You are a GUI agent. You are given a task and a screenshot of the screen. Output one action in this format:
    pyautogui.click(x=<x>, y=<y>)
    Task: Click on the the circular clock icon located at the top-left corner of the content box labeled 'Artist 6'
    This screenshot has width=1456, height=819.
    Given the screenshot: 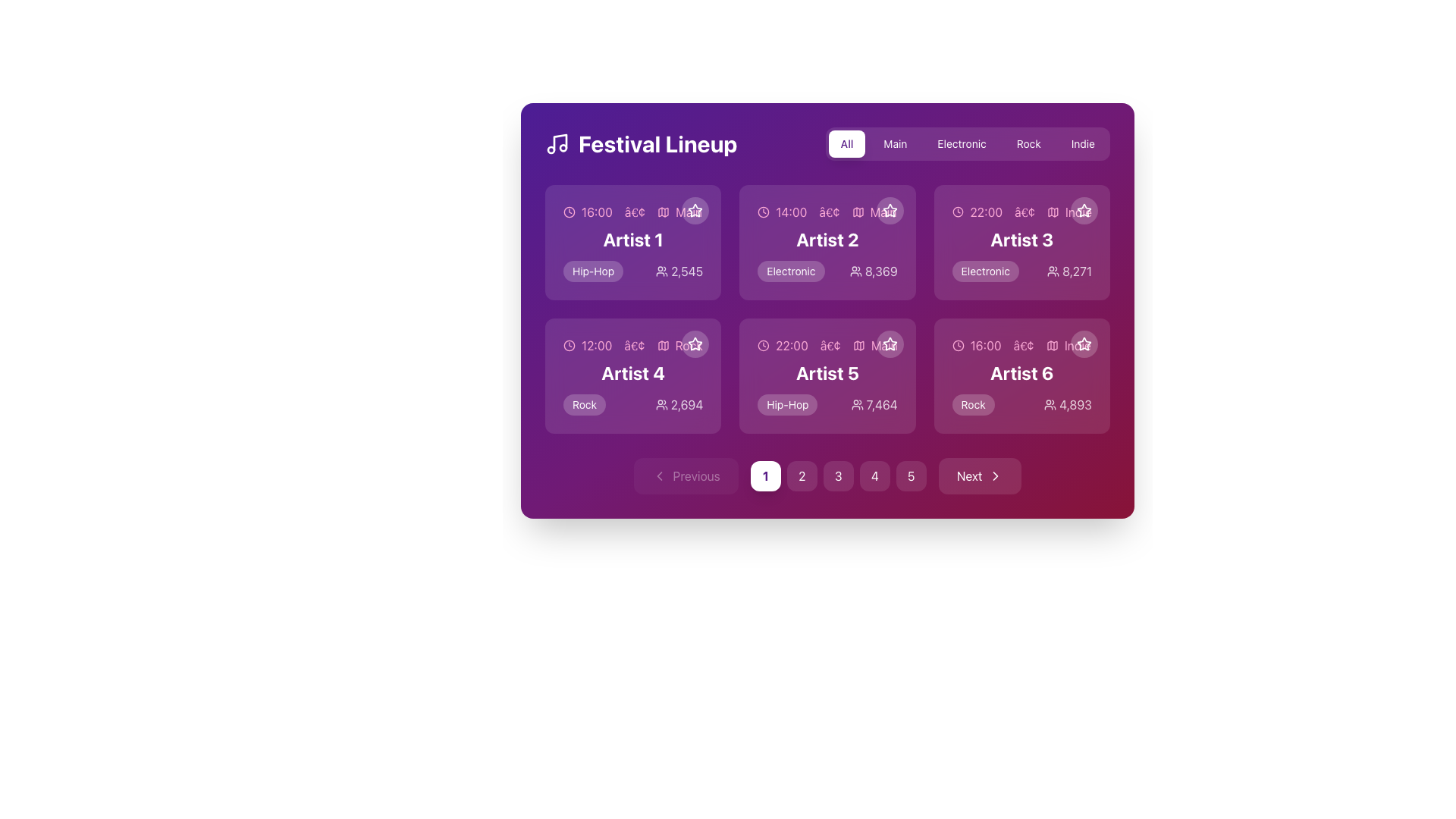 What is the action you would take?
    pyautogui.click(x=957, y=345)
    